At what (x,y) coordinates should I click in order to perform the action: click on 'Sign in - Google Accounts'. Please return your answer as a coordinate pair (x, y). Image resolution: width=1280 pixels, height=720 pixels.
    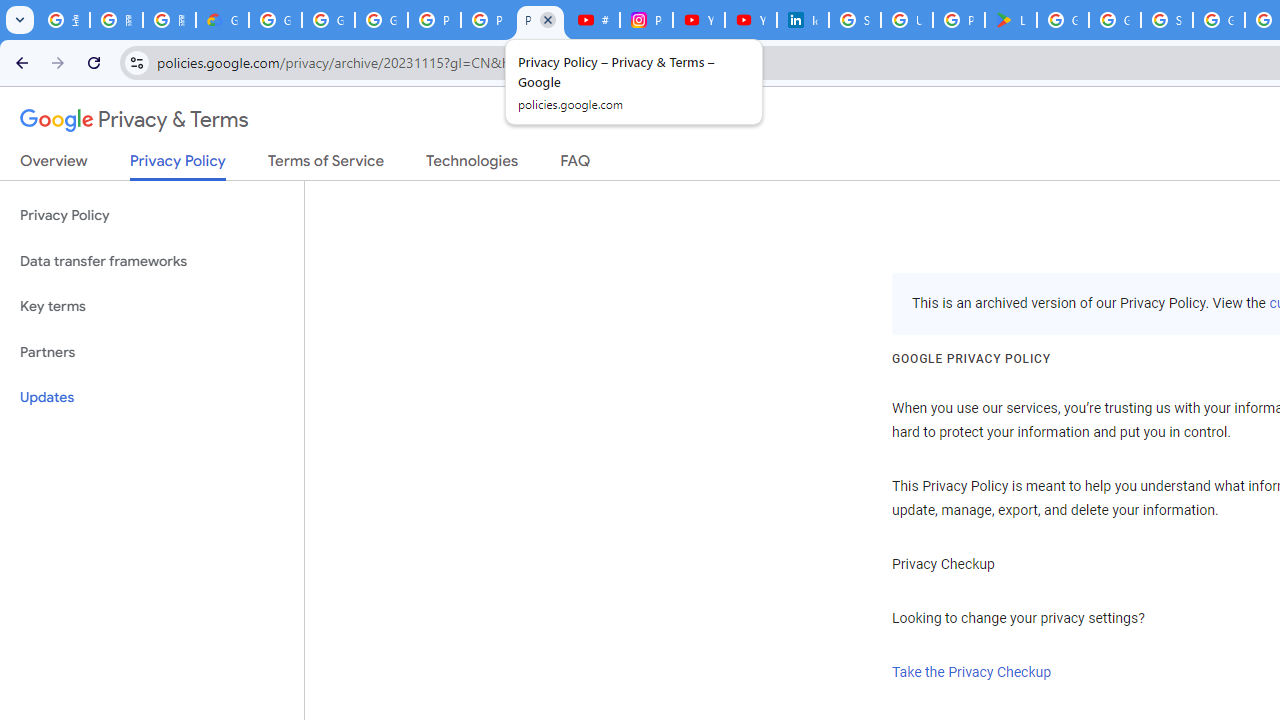
    Looking at the image, I should click on (1166, 20).